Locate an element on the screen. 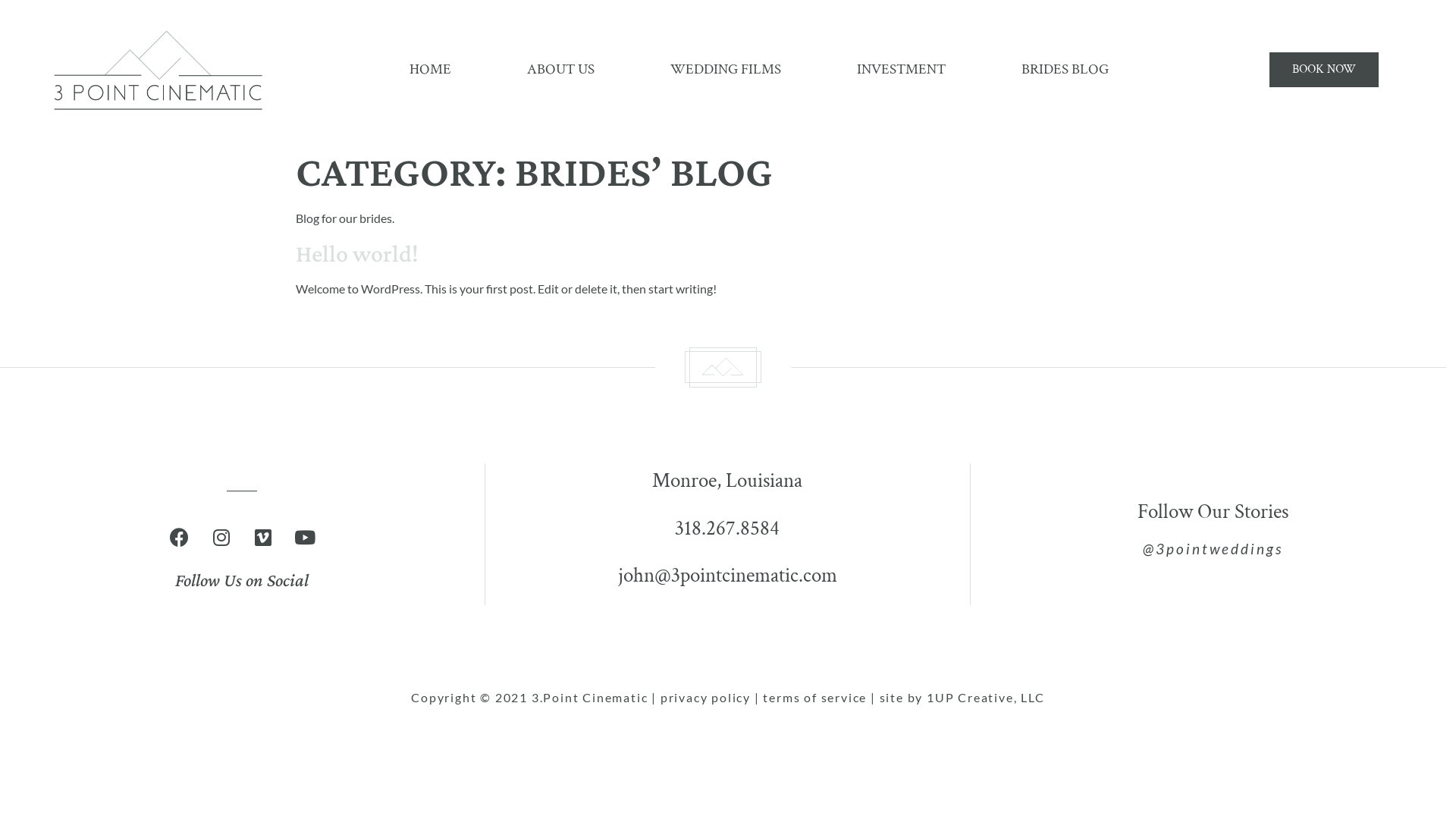 Image resolution: width=1456 pixels, height=819 pixels. 'INVESTMENT' is located at coordinates (901, 70).